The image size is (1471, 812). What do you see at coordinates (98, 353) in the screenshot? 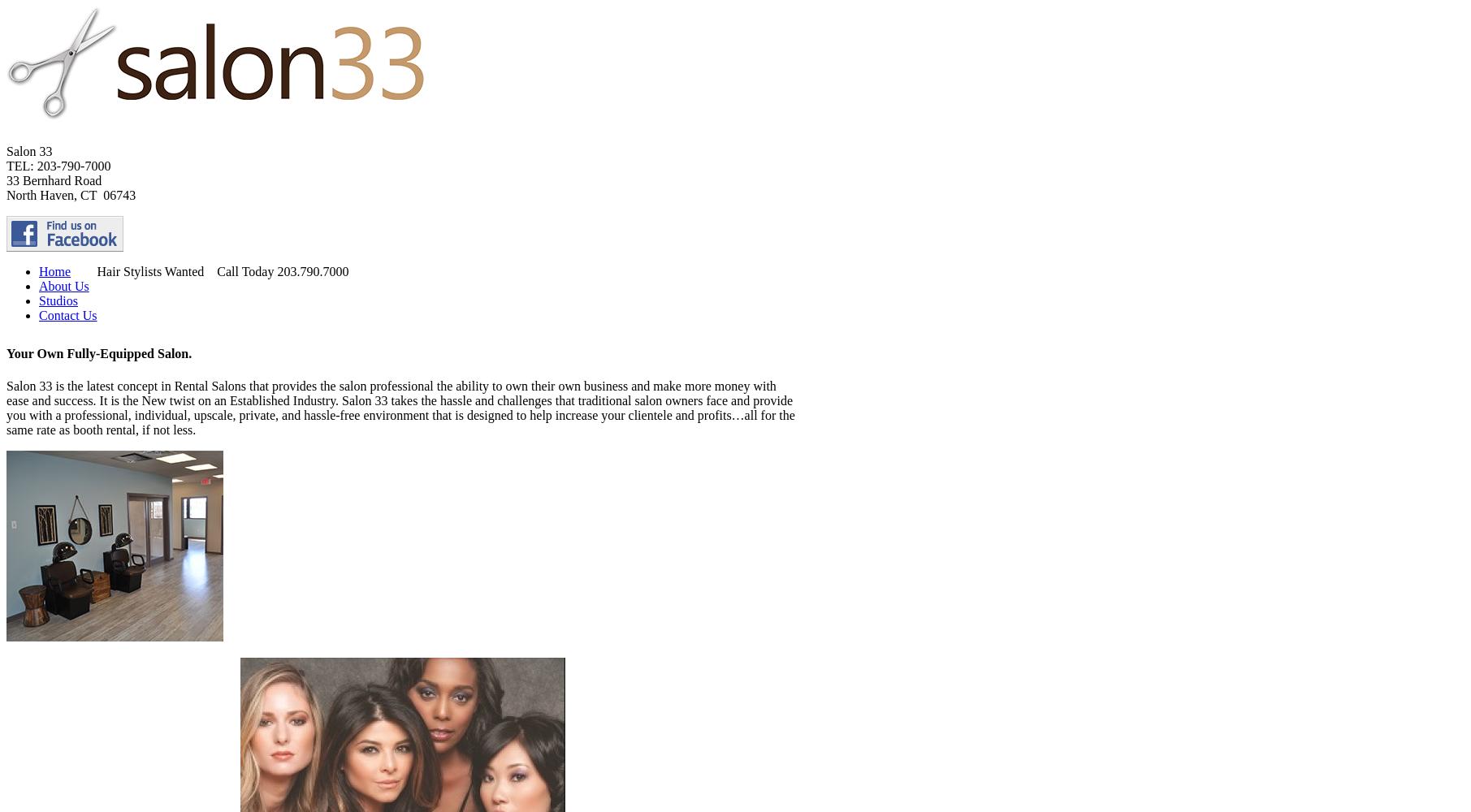
I see `'Your Own Fully-Equipped Salon.'` at bounding box center [98, 353].